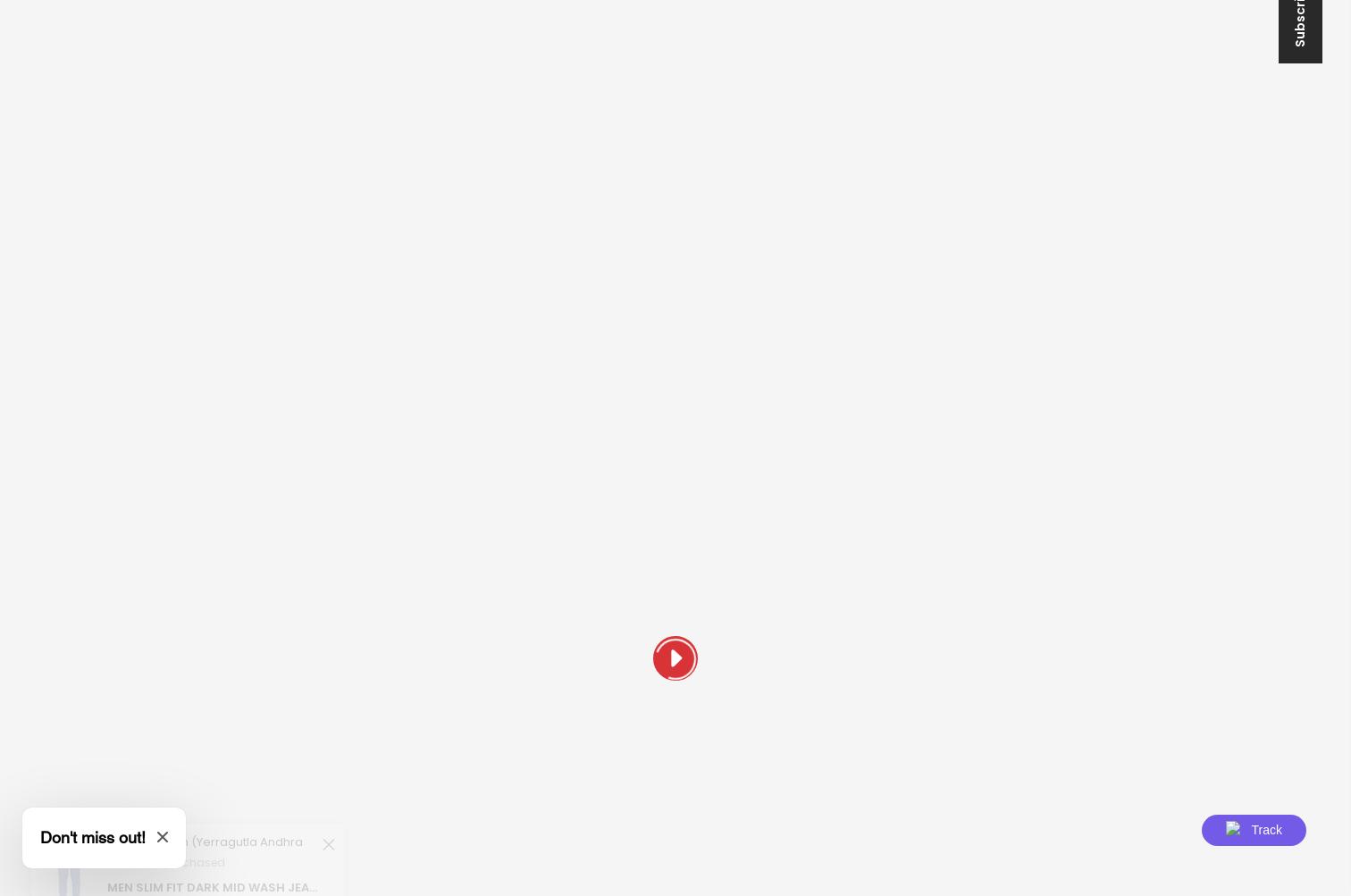 The height and width of the screenshot is (896, 1351). Describe the element at coordinates (933, 298) in the screenshot. I see `'Newsletter Signup'` at that location.